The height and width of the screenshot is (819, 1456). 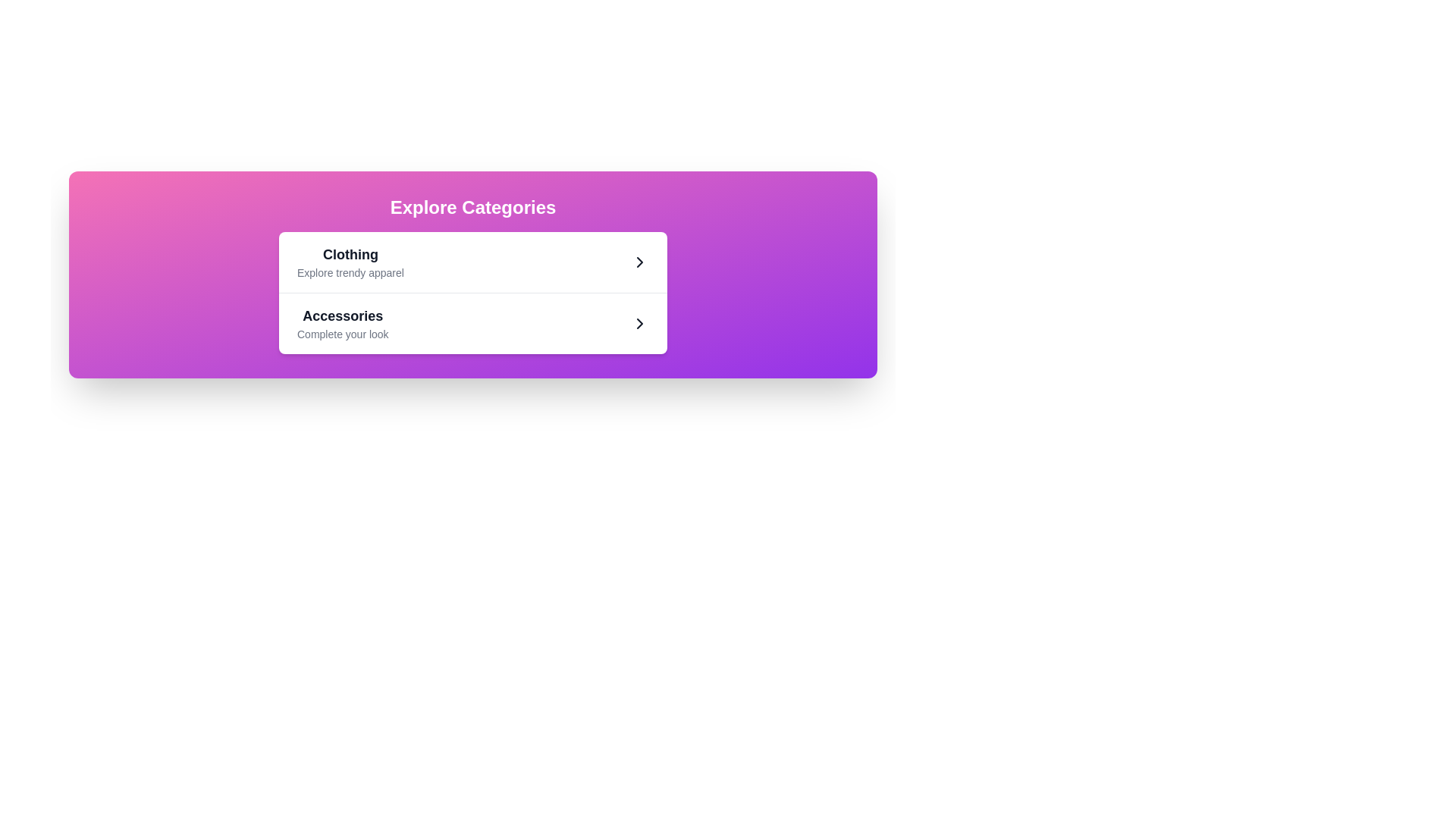 What do you see at coordinates (472, 322) in the screenshot?
I see `the second list item in the 'Explore Categories' section, which serves as a navigation option for the 'Accessories' category` at bounding box center [472, 322].